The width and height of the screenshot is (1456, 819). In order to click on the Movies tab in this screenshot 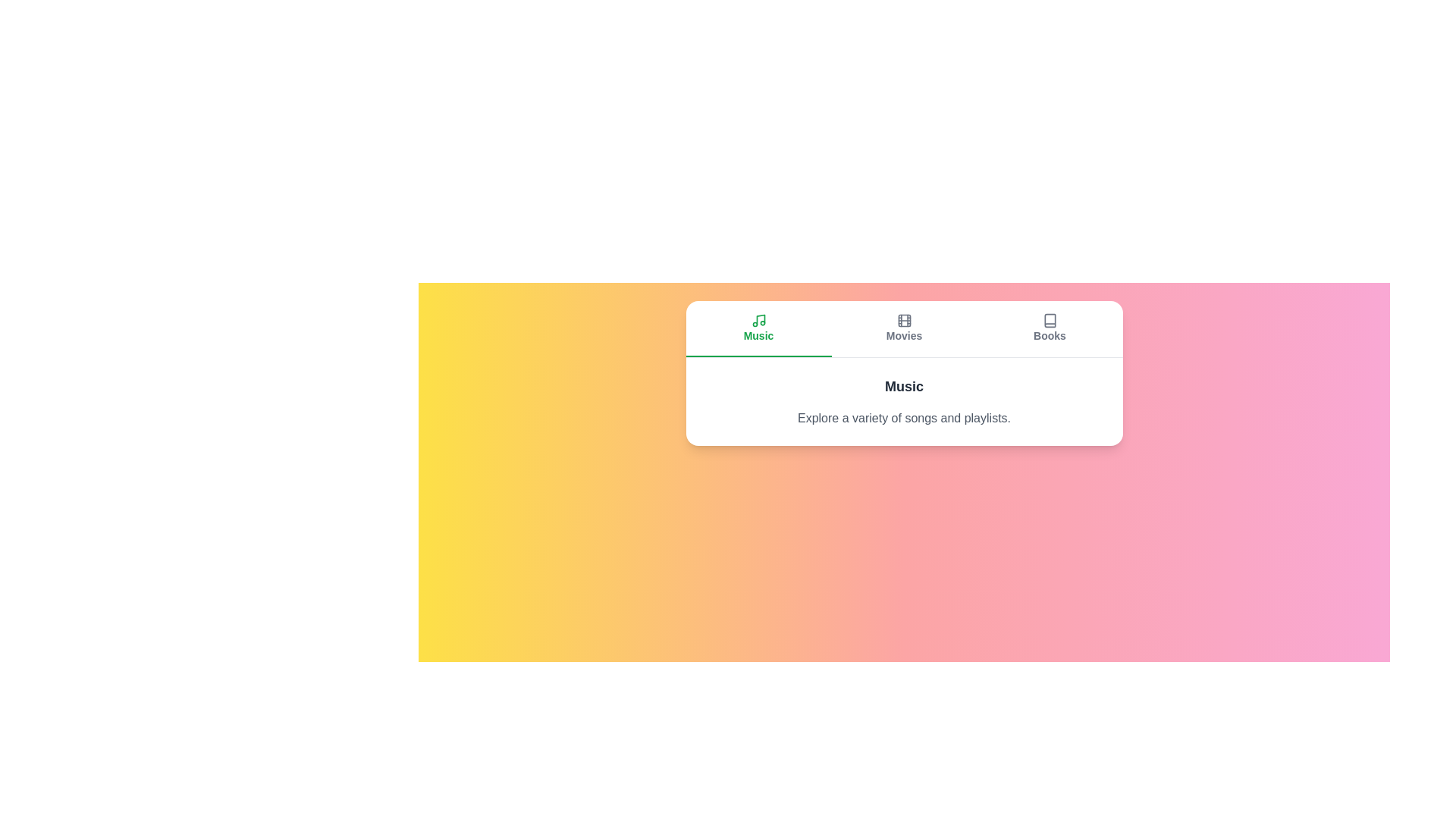, I will do `click(904, 328)`.